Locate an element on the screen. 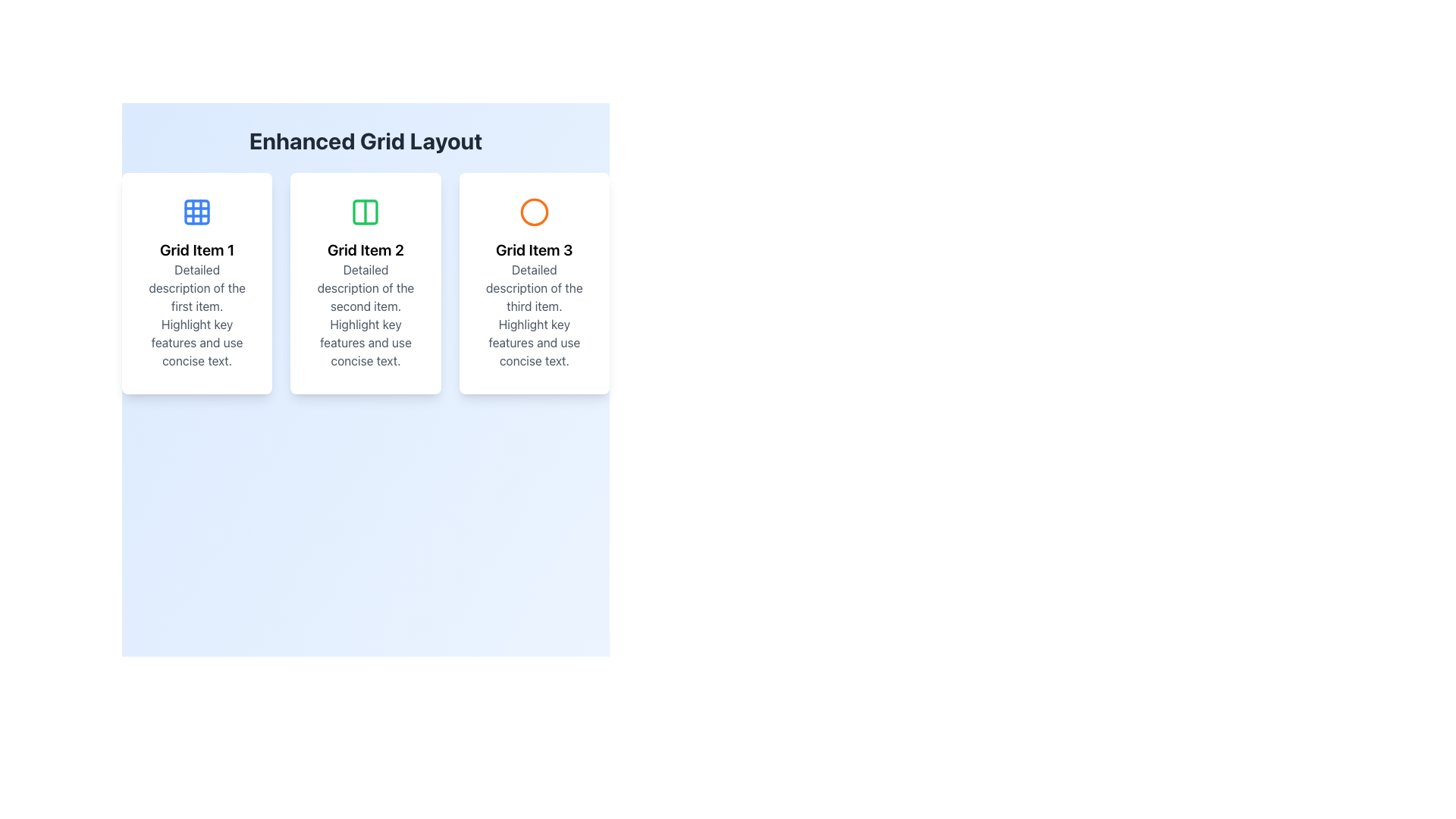 This screenshot has height=819, width=1456. the text block located within the card titled 'Grid Item 3' is located at coordinates (534, 315).